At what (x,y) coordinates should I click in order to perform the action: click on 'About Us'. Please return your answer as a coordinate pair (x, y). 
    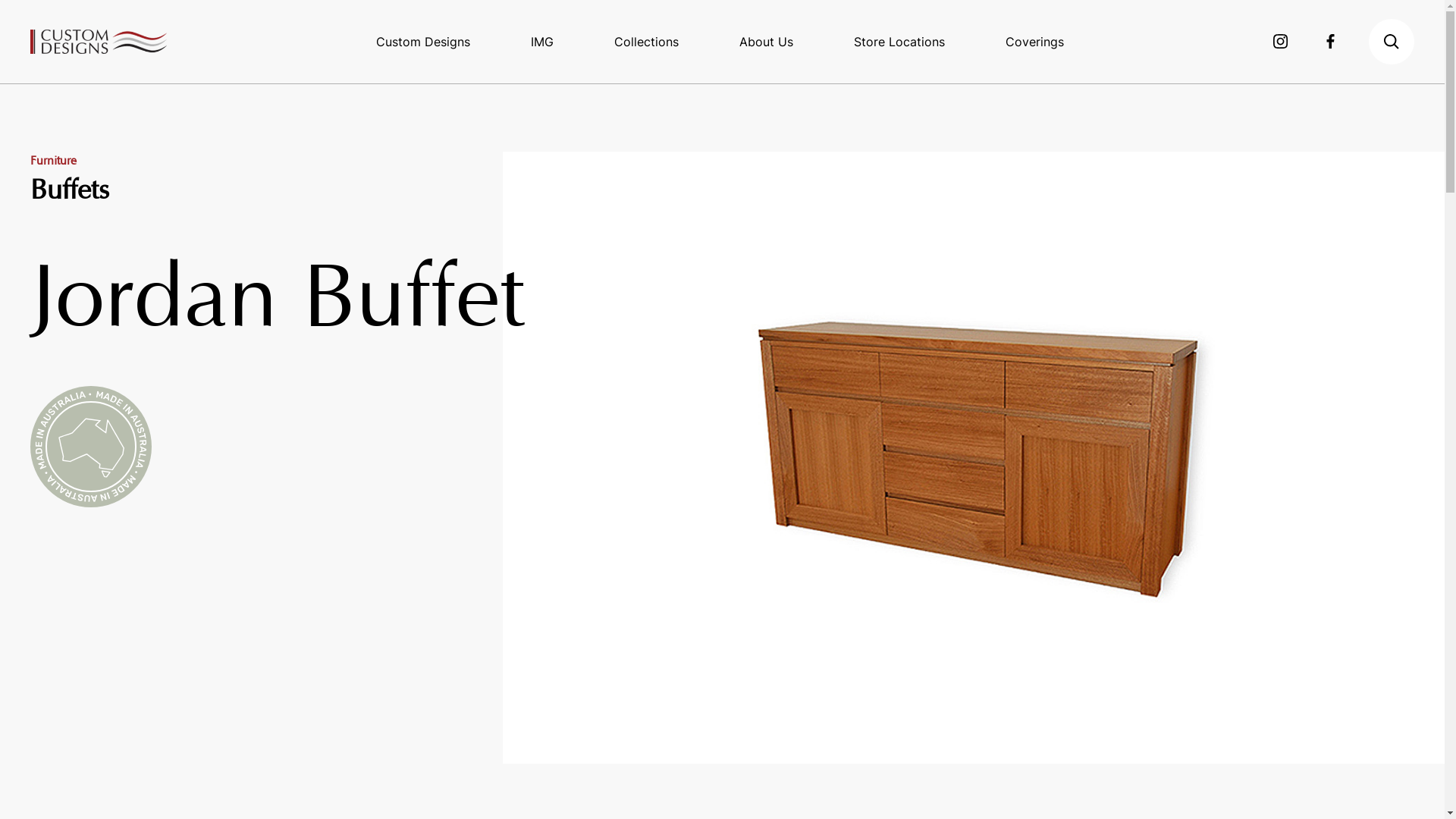
    Looking at the image, I should click on (766, 40).